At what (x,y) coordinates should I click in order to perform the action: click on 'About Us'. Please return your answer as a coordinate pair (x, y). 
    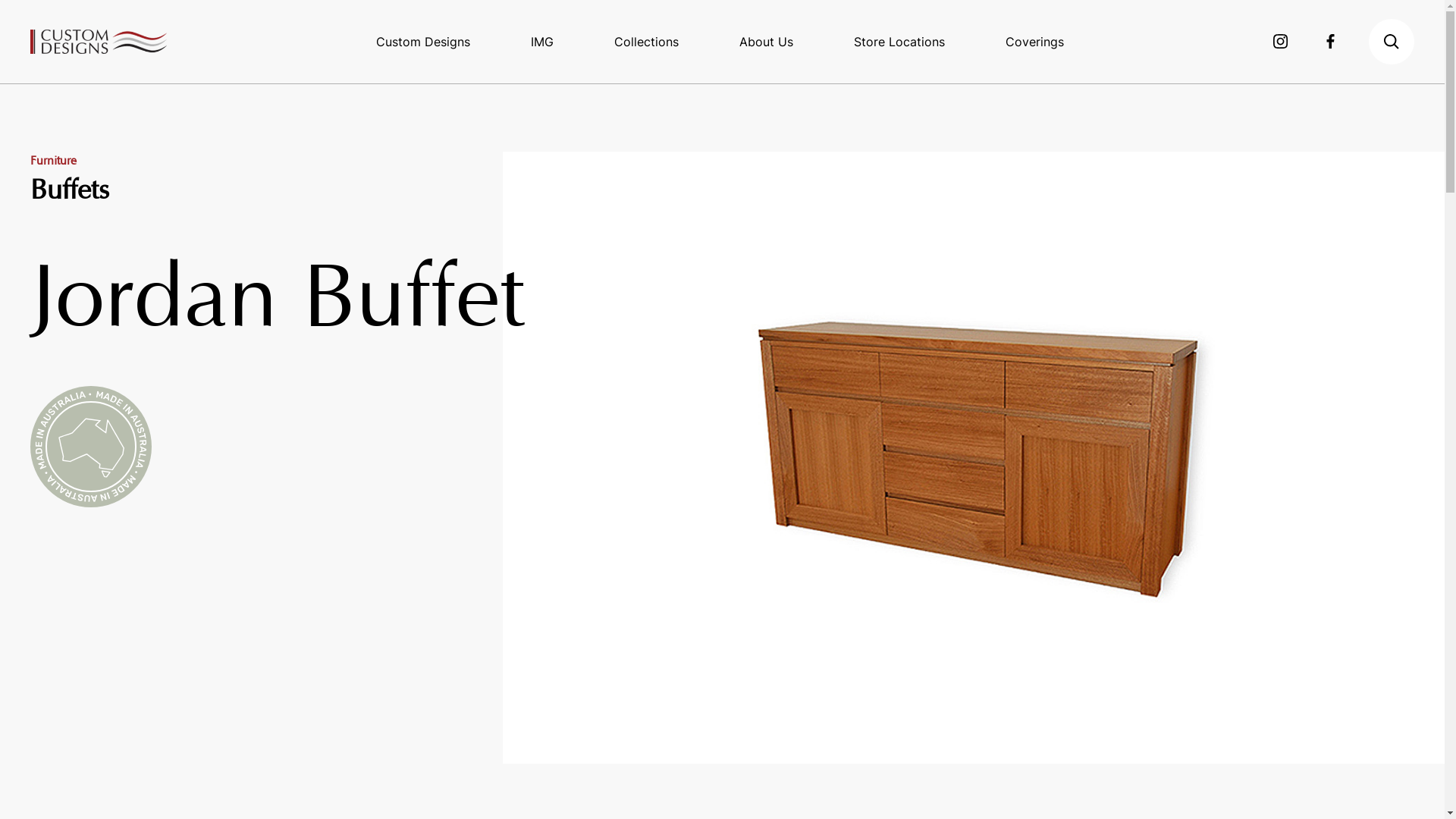
    Looking at the image, I should click on (766, 40).